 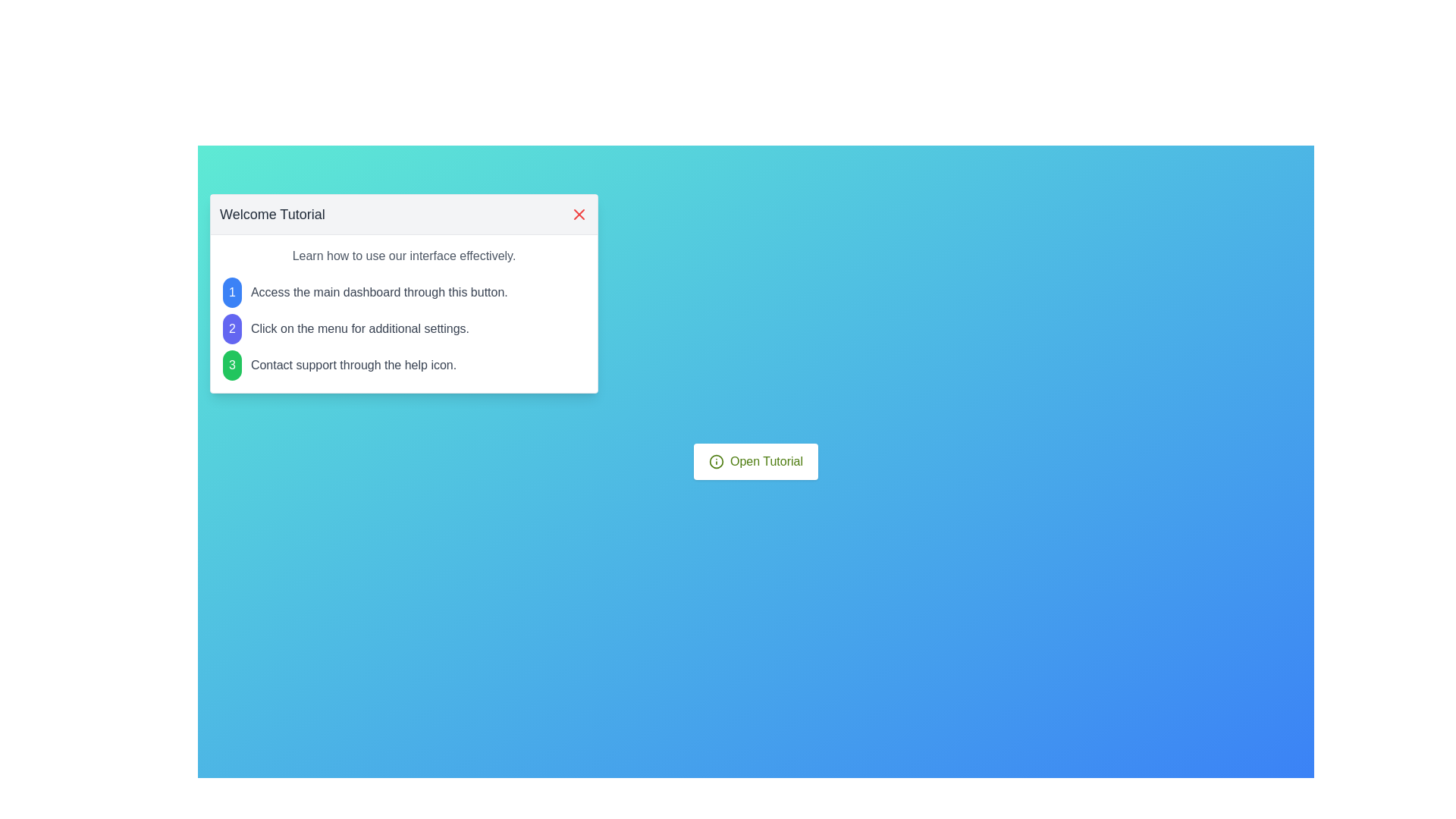 What do you see at coordinates (403, 328) in the screenshot?
I see `the text block containing numbered instructional steps in the 'Welcome Tutorial' card` at bounding box center [403, 328].